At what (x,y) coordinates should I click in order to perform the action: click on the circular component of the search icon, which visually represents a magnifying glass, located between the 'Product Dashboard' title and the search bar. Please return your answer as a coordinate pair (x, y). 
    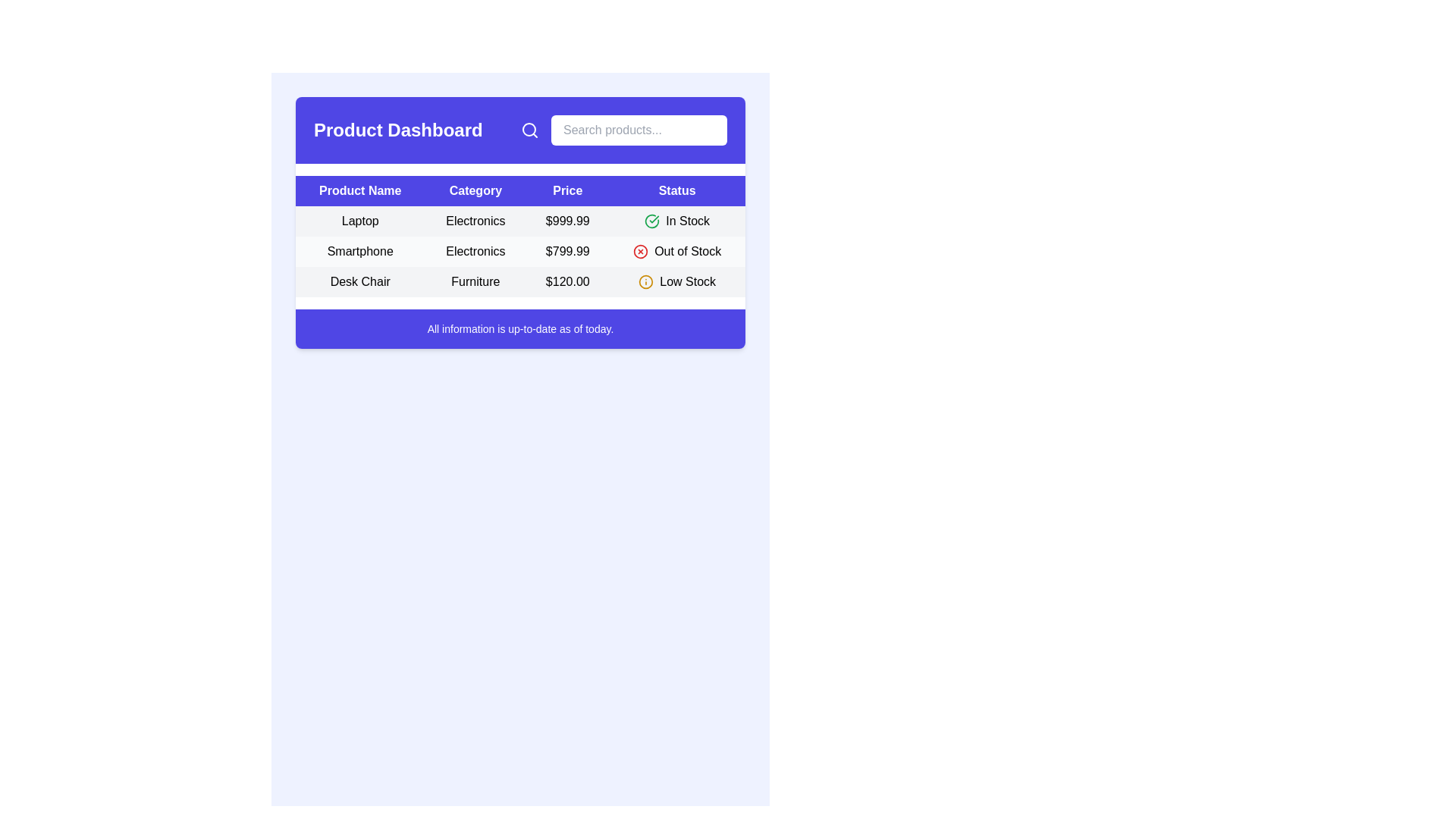
    Looking at the image, I should click on (529, 128).